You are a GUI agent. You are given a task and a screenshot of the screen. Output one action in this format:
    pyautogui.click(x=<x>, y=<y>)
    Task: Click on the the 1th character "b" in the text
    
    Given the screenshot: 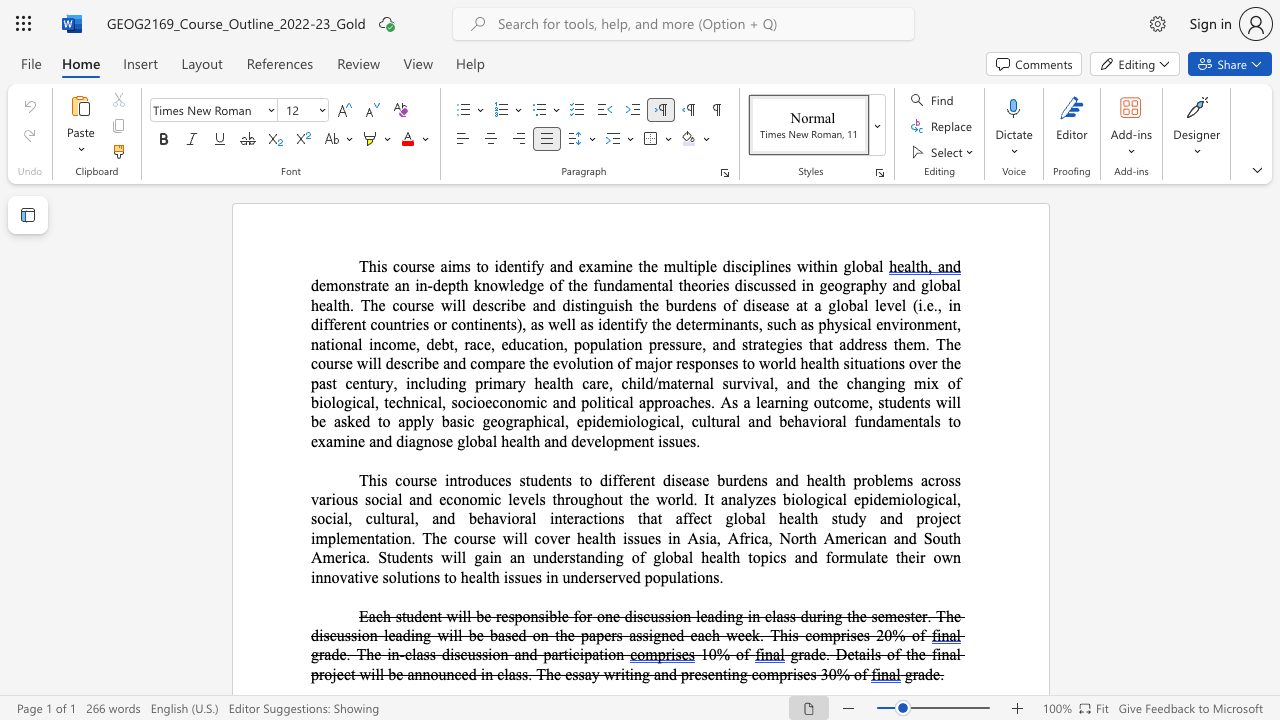 What is the action you would take?
    pyautogui.click(x=480, y=615)
    